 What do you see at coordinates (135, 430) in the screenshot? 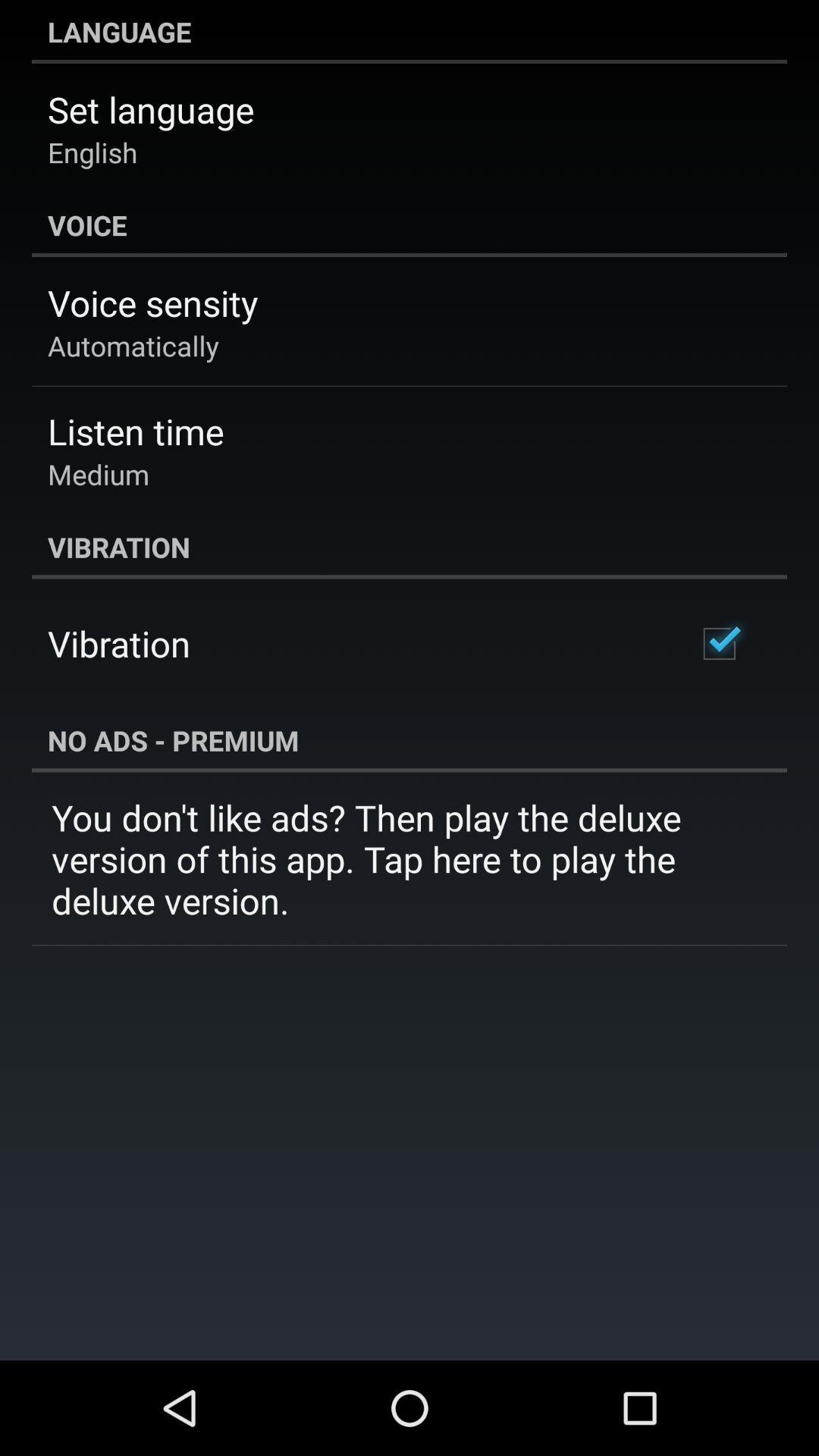
I see `listen time icon` at bounding box center [135, 430].